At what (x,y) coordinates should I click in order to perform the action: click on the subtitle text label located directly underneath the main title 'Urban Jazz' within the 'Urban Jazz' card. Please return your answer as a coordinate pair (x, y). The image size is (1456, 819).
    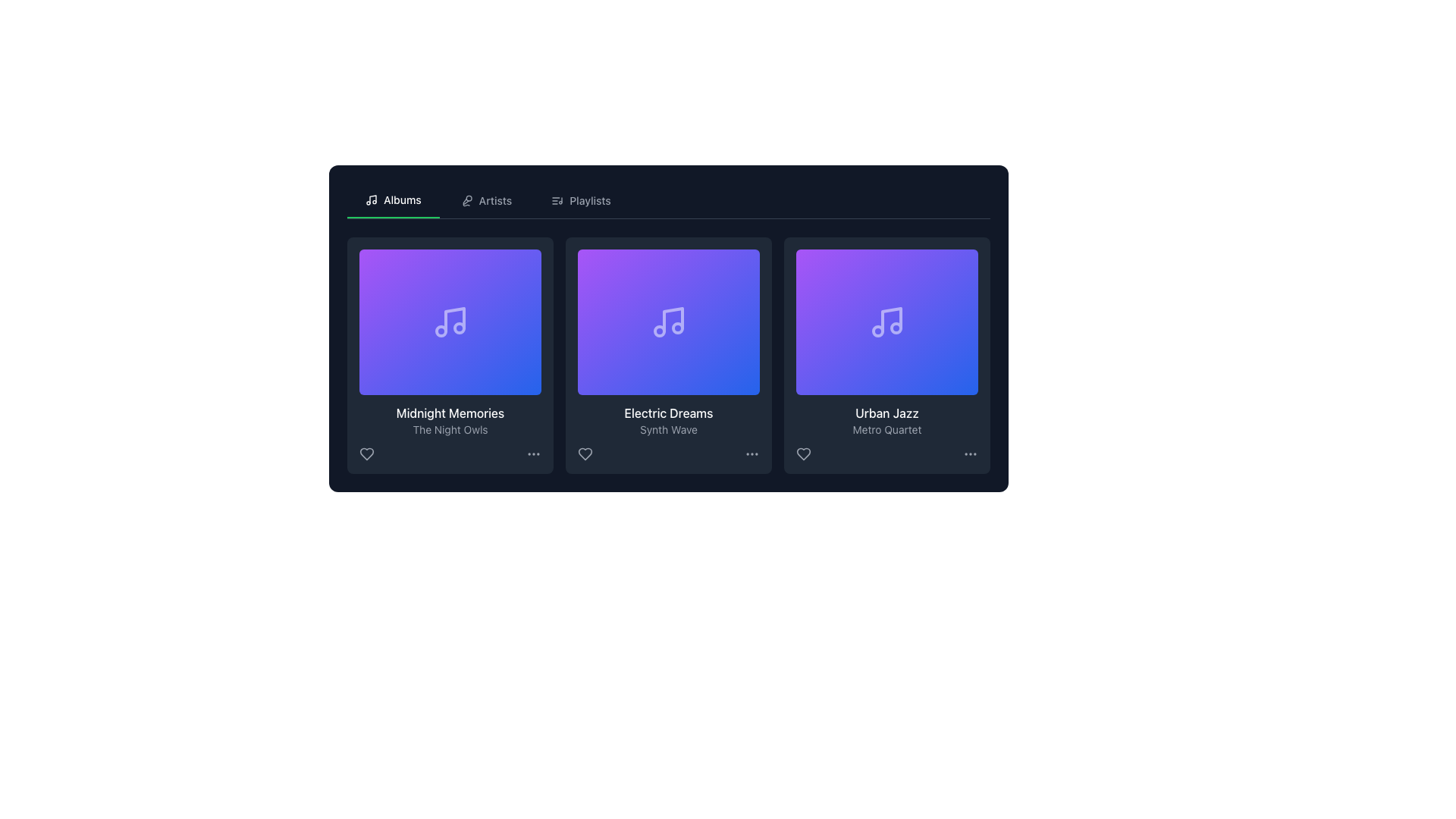
    Looking at the image, I should click on (887, 430).